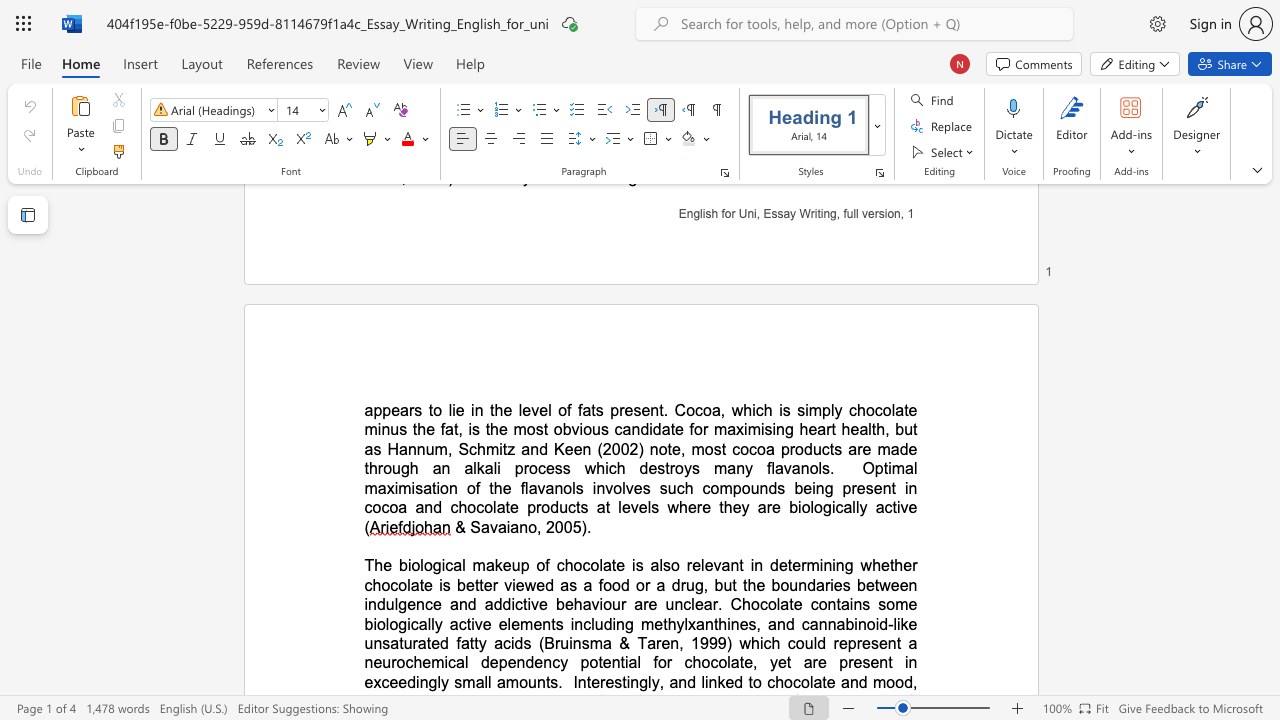  Describe the element at coordinates (364, 565) in the screenshot. I see `the subset text "The biological makeup of cho" within the text "The biological makeup of chocolate is also relevant in"` at that location.